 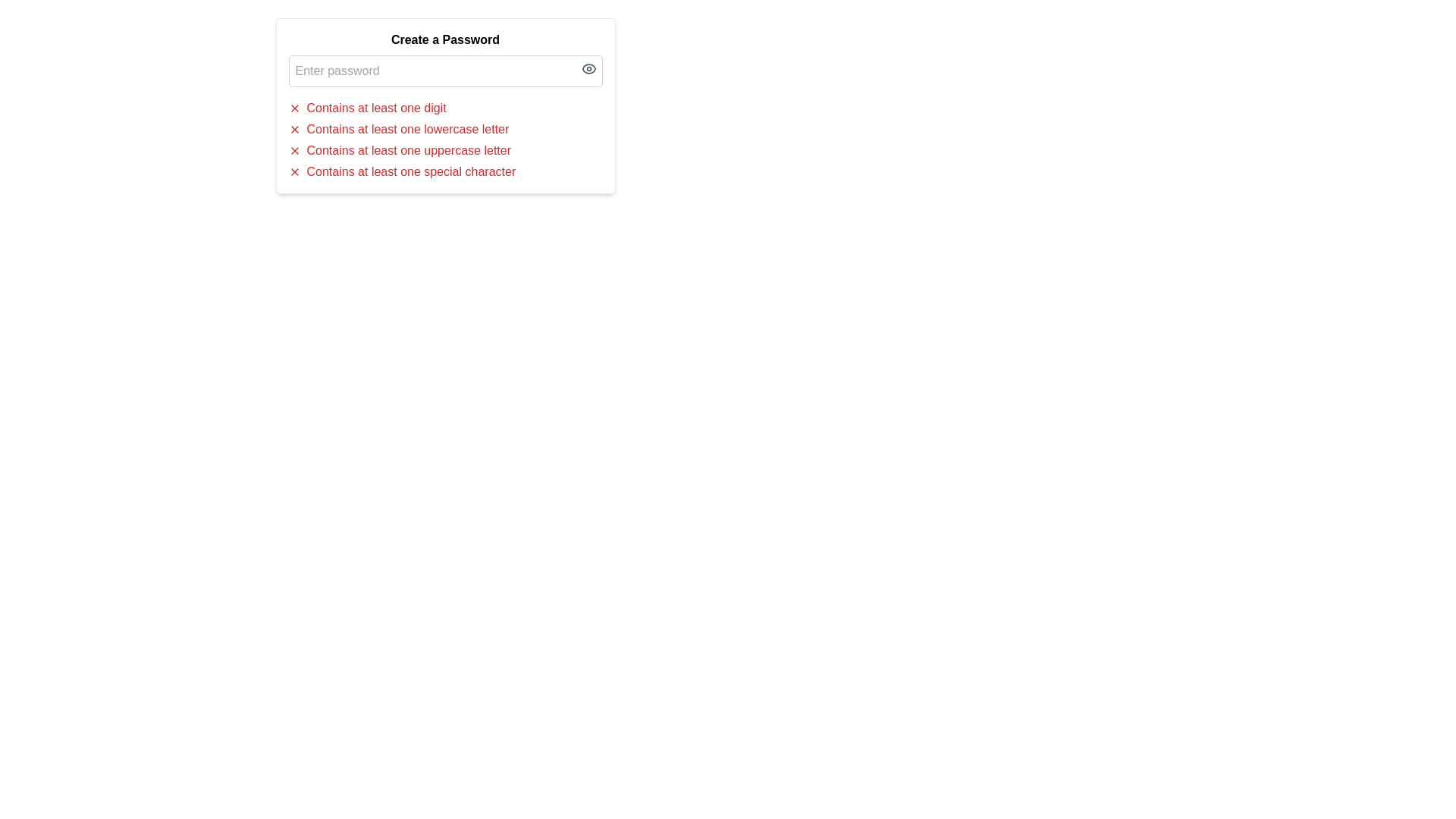 What do you see at coordinates (588, 69) in the screenshot?
I see `the password visibility toggle icon button located in the top-right corner of the password entry field to provide interaction feedback` at bounding box center [588, 69].